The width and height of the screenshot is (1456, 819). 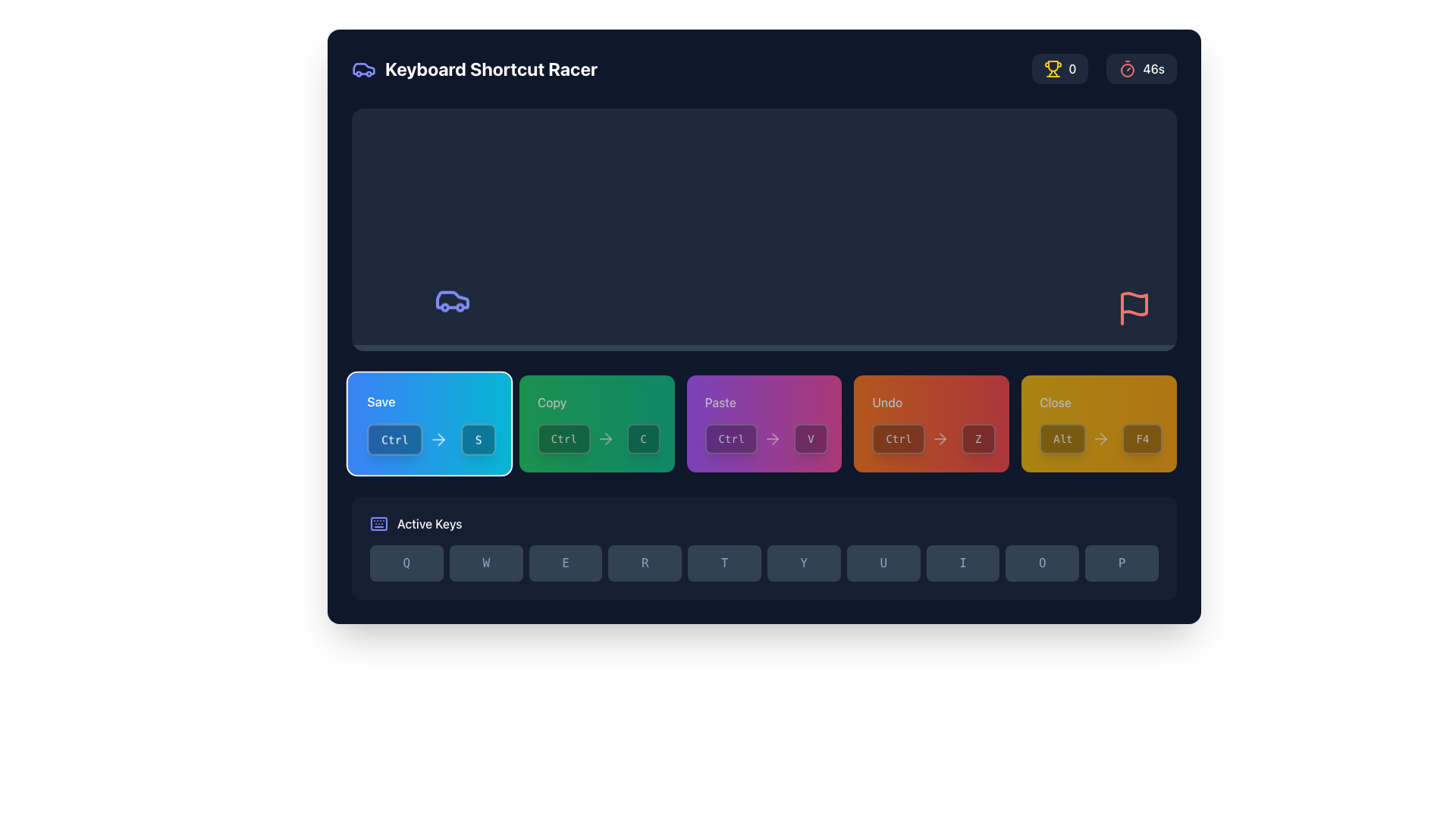 I want to click on the appearance of the icon representing the continuation or transition within the shortcut representation, located next to the text 'Ctrl' in the Undo control section of the keyboard shortcut display interface, so click(x=940, y=438).